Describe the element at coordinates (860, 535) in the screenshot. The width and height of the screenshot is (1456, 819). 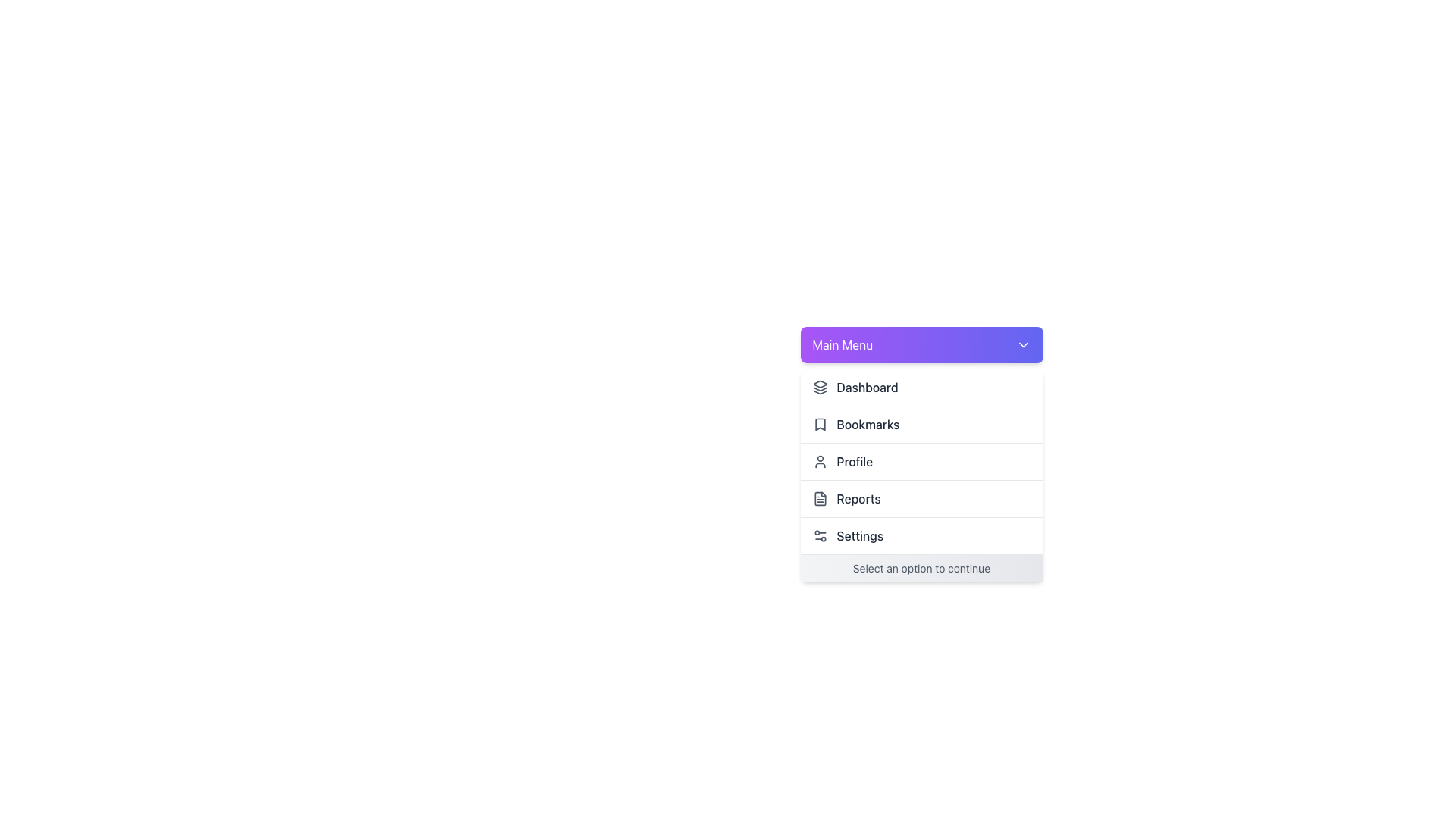
I see `the 'Settings' label located at the bottom-most interactive item of the vertical menu, following 'Reports', 'Profile', 'Bookmarks', and 'Dashboard'` at that location.